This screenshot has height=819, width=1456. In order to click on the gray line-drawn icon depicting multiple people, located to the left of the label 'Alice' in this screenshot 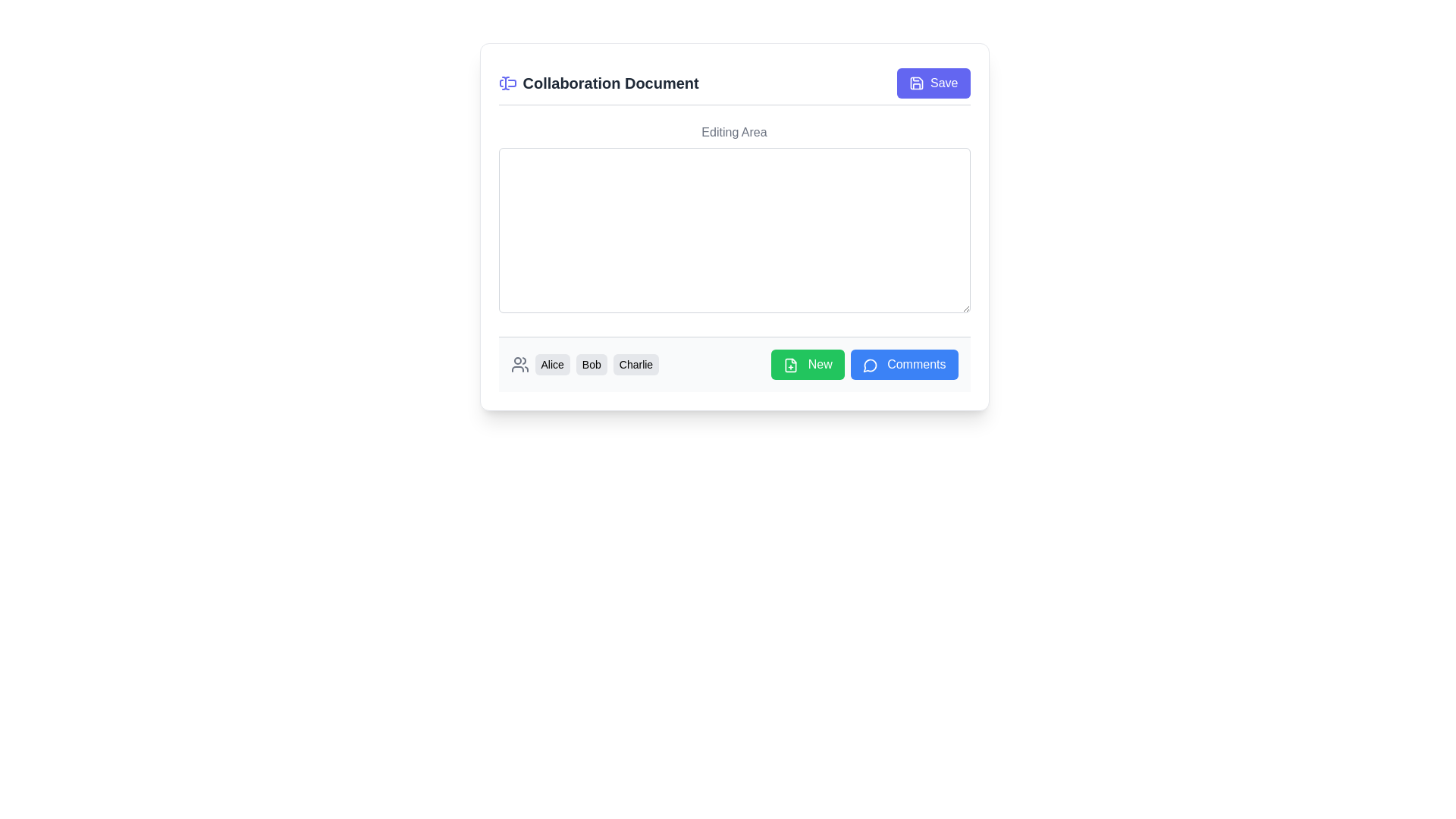, I will do `click(519, 365)`.